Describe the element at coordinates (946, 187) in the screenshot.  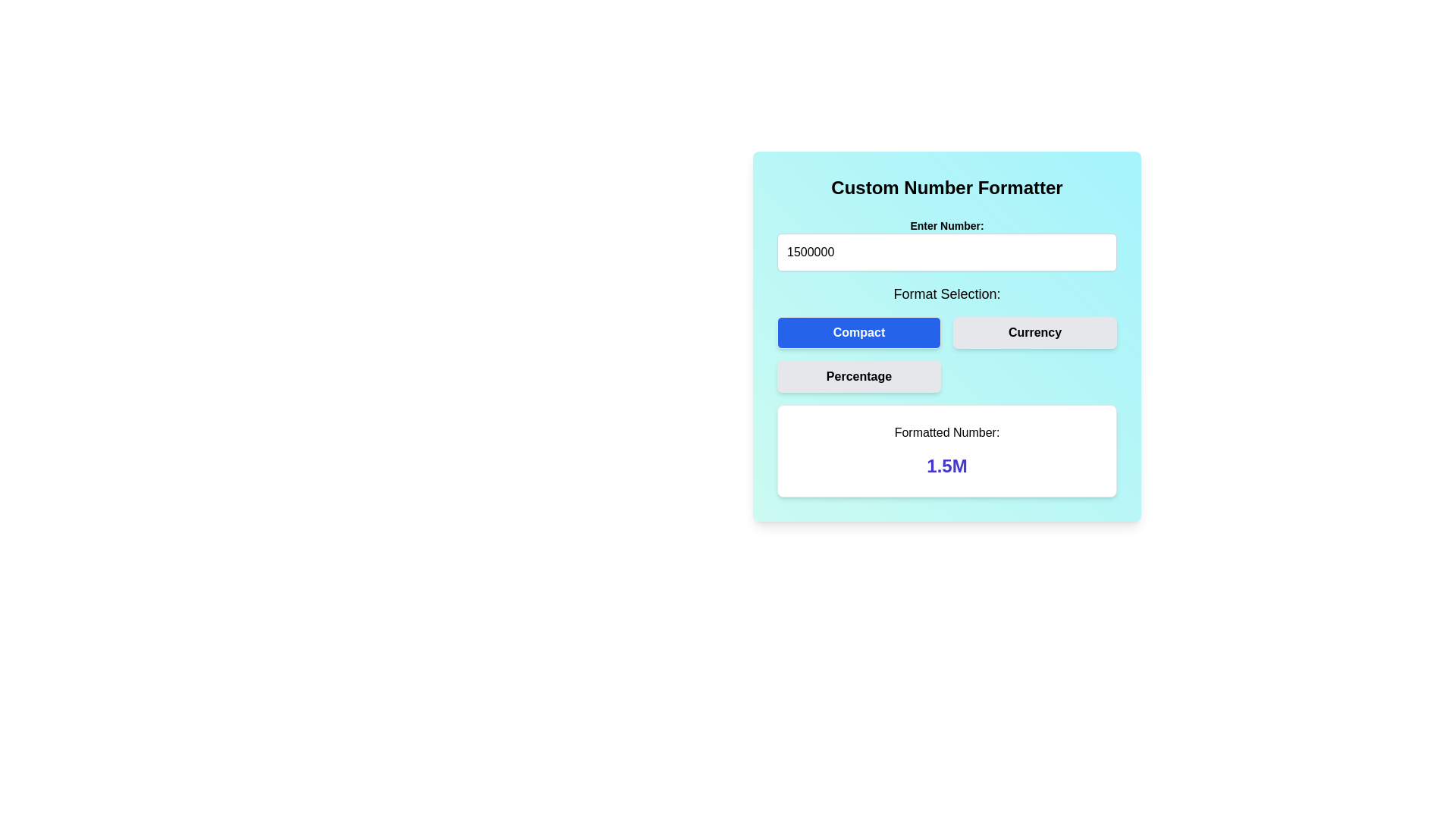
I see `the text label element that serves as a header or title for the number entry and formatting components` at that location.